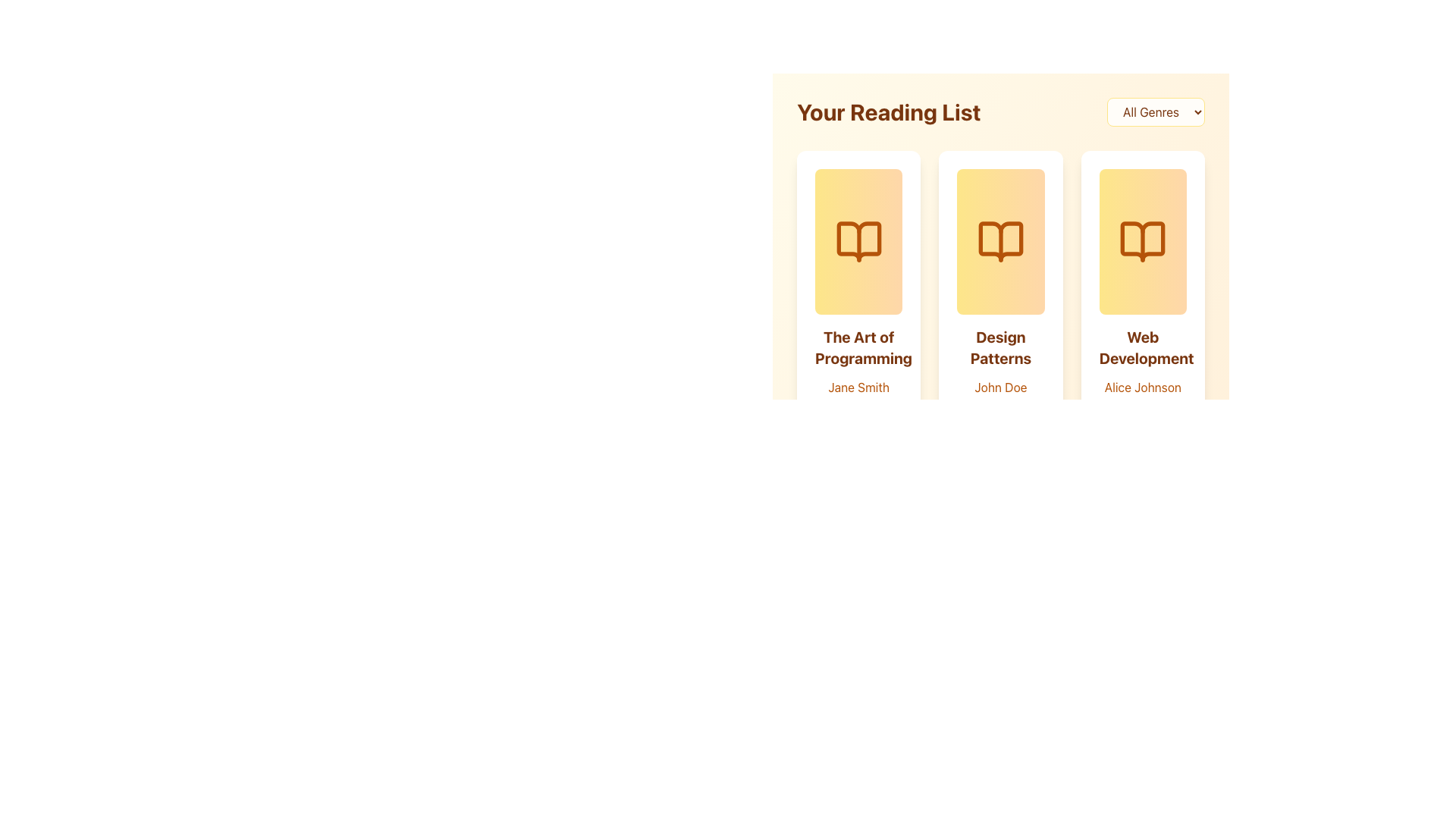  What do you see at coordinates (1001, 241) in the screenshot?
I see `the second card in the 'Your Reading List' section, which features a gradient background and a centered open book icon` at bounding box center [1001, 241].